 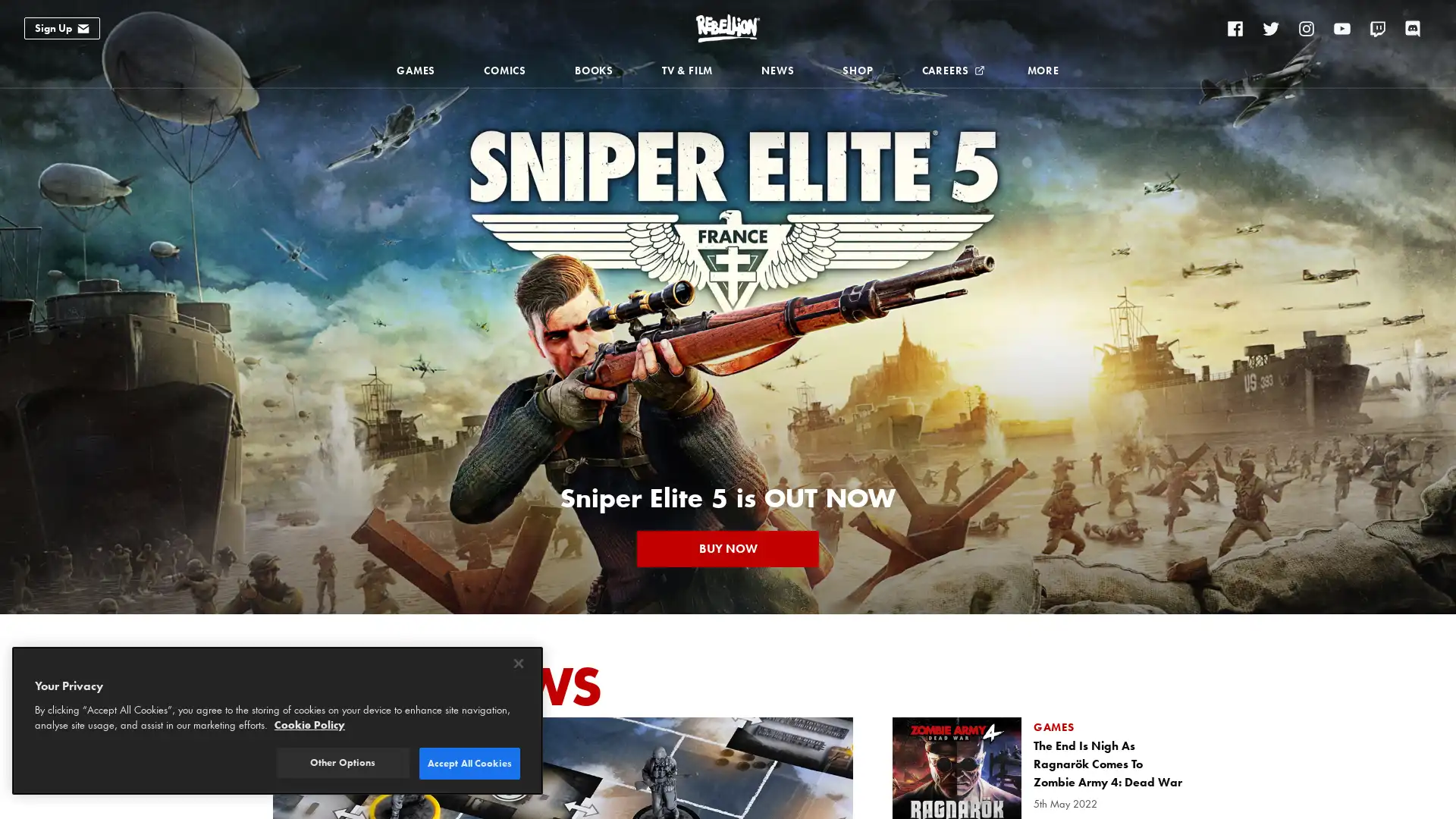 I want to click on Other Options, so click(x=341, y=763).